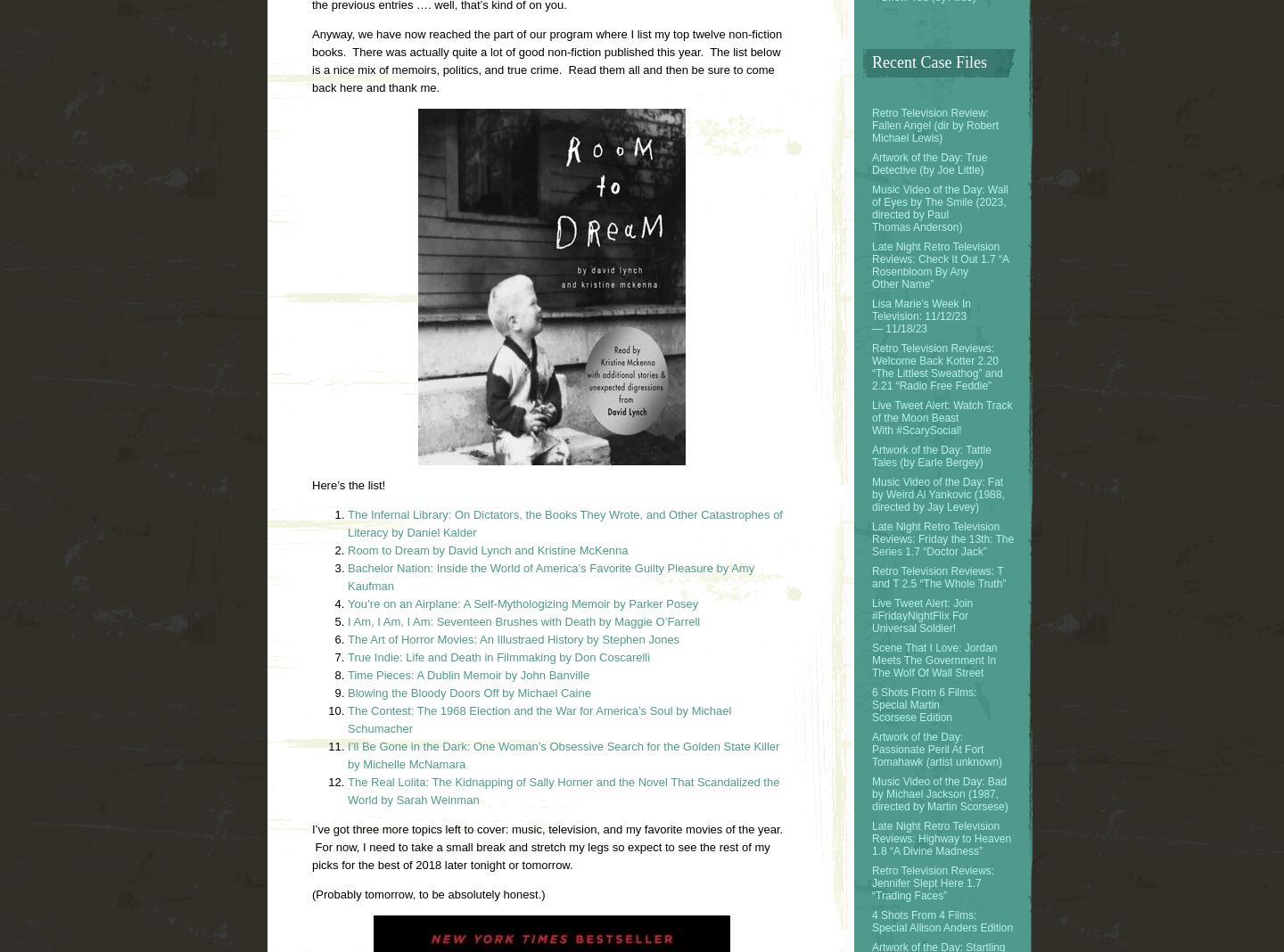  Describe the element at coordinates (346, 693) in the screenshot. I see `'Blowing the Bloody Doors Off by Michael Caine'` at that location.